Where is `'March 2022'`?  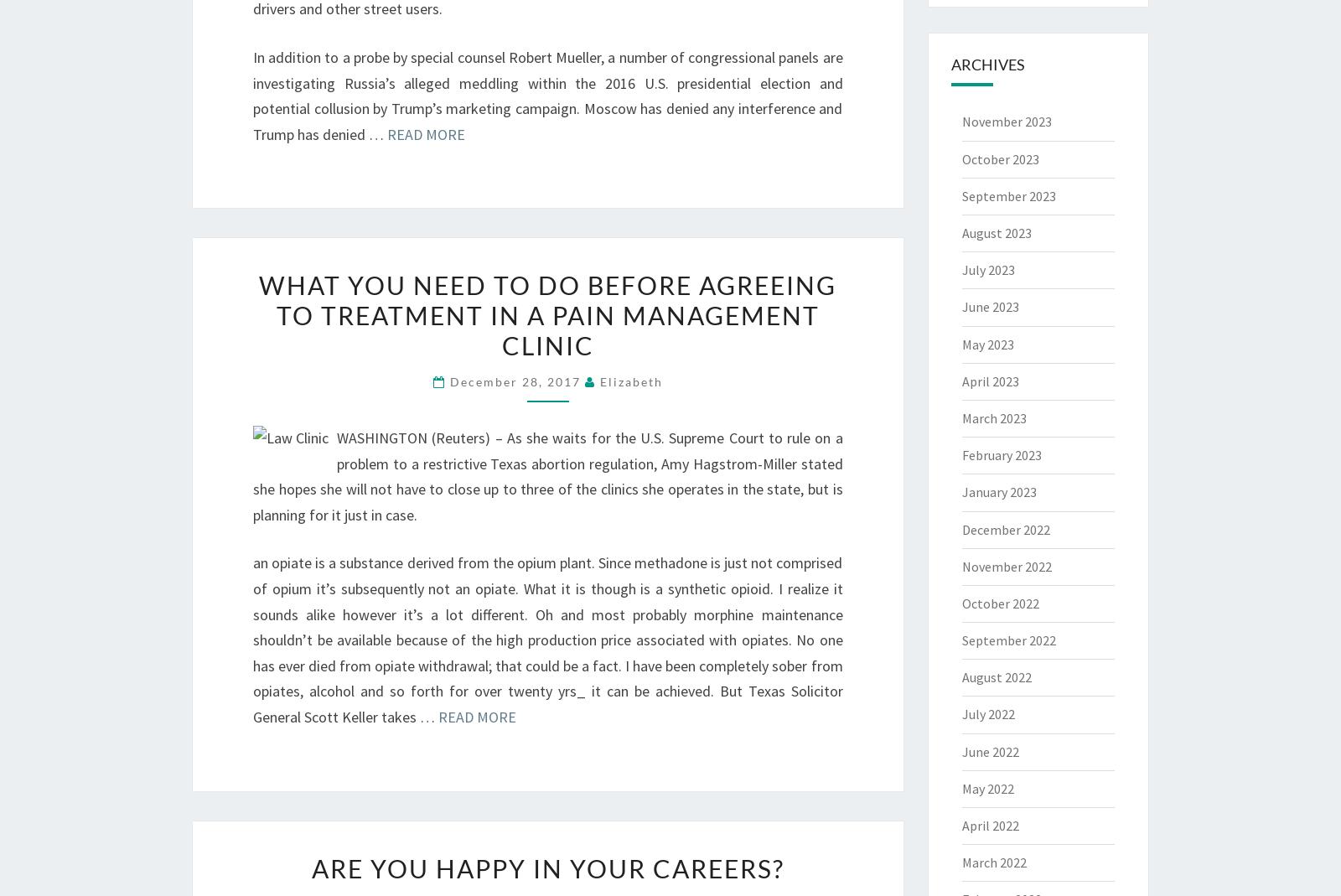 'March 2022' is located at coordinates (993, 862).